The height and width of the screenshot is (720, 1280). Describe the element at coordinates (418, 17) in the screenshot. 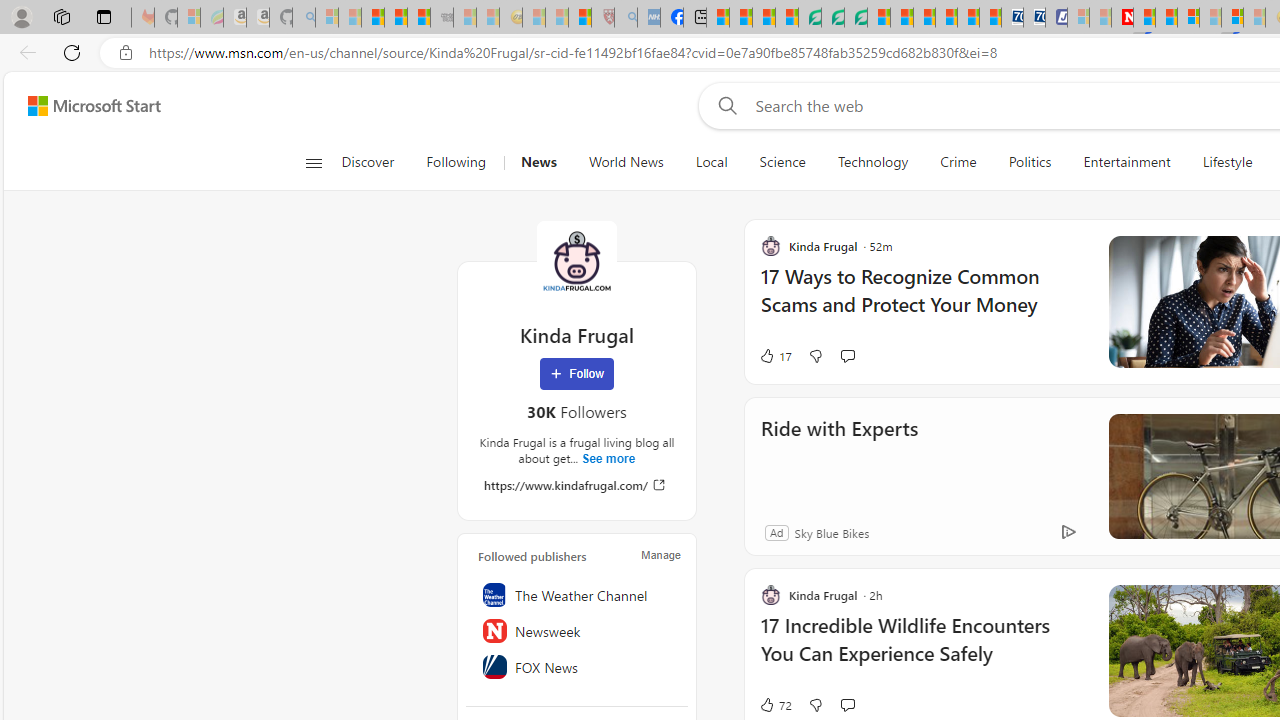

I see `'New Report Confirms 2023 Was Record Hot | Watch'` at that location.